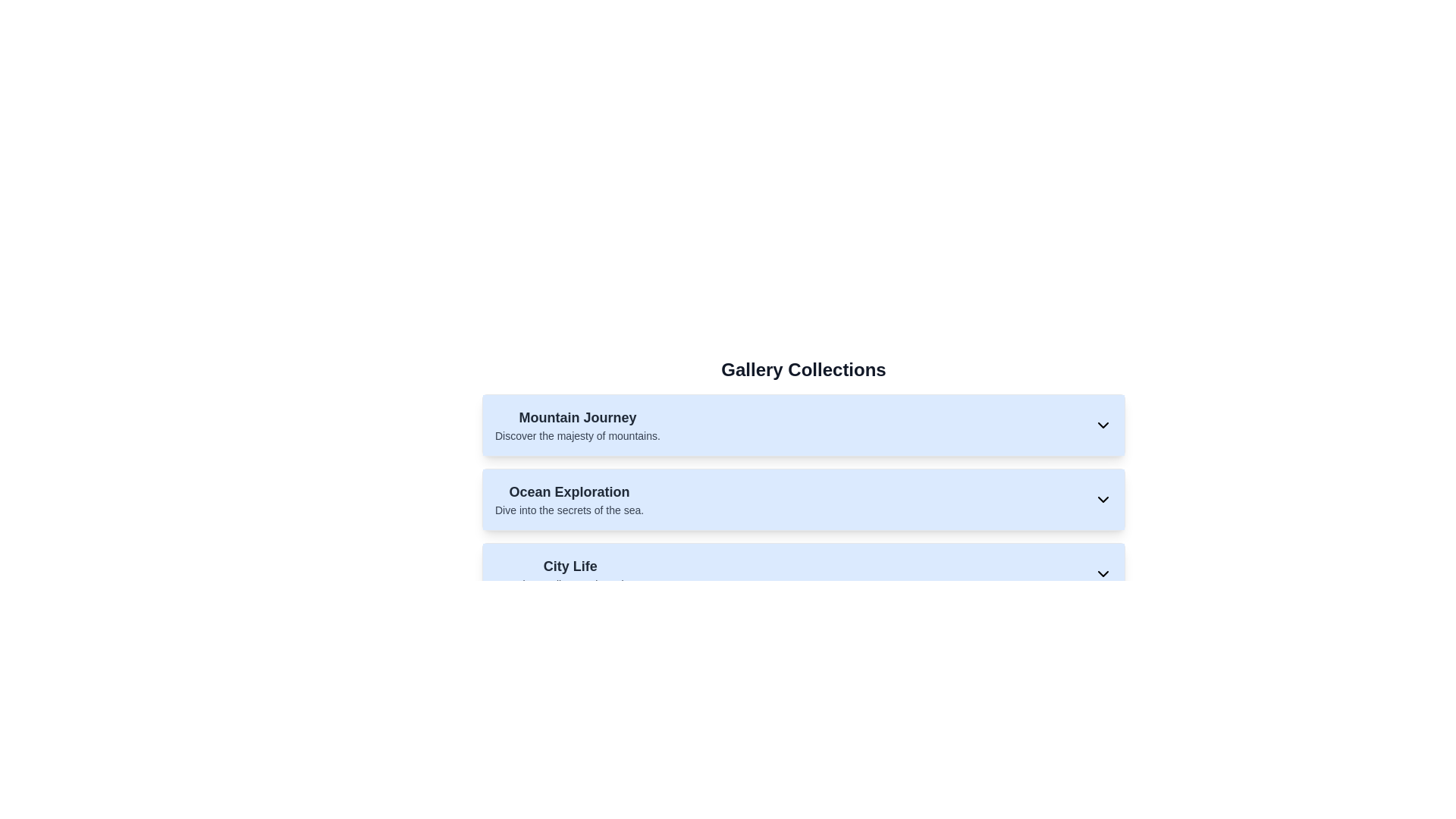 The image size is (1456, 819). What do you see at coordinates (803, 500) in the screenshot?
I see `or tab-navigate to the 'Ocean Exploration' interactive card` at bounding box center [803, 500].